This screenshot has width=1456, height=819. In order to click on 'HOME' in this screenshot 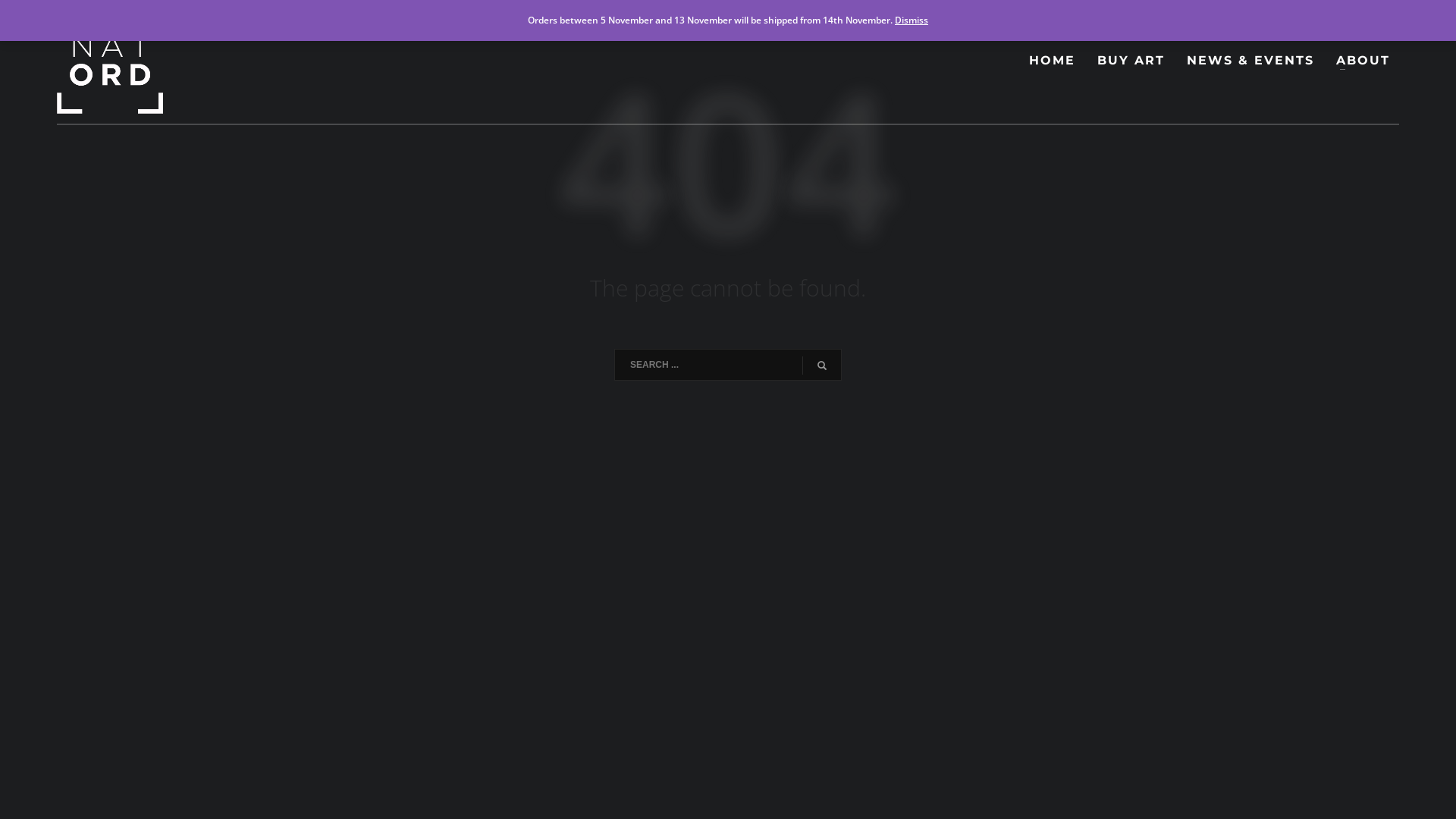, I will do `click(1051, 60)`.